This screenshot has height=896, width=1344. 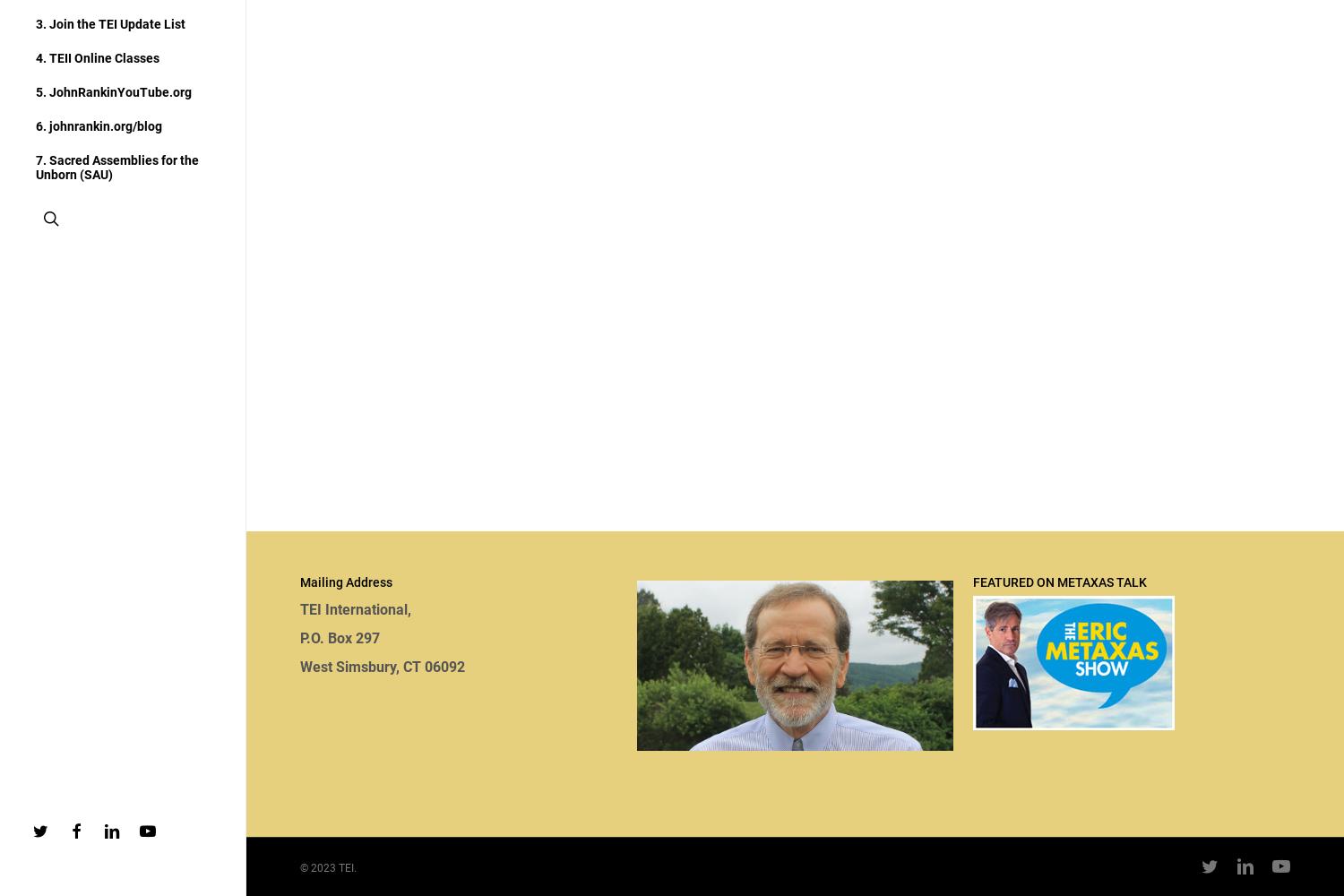 What do you see at coordinates (97, 57) in the screenshot?
I see `'4. TEII Online Classes'` at bounding box center [97, 57].